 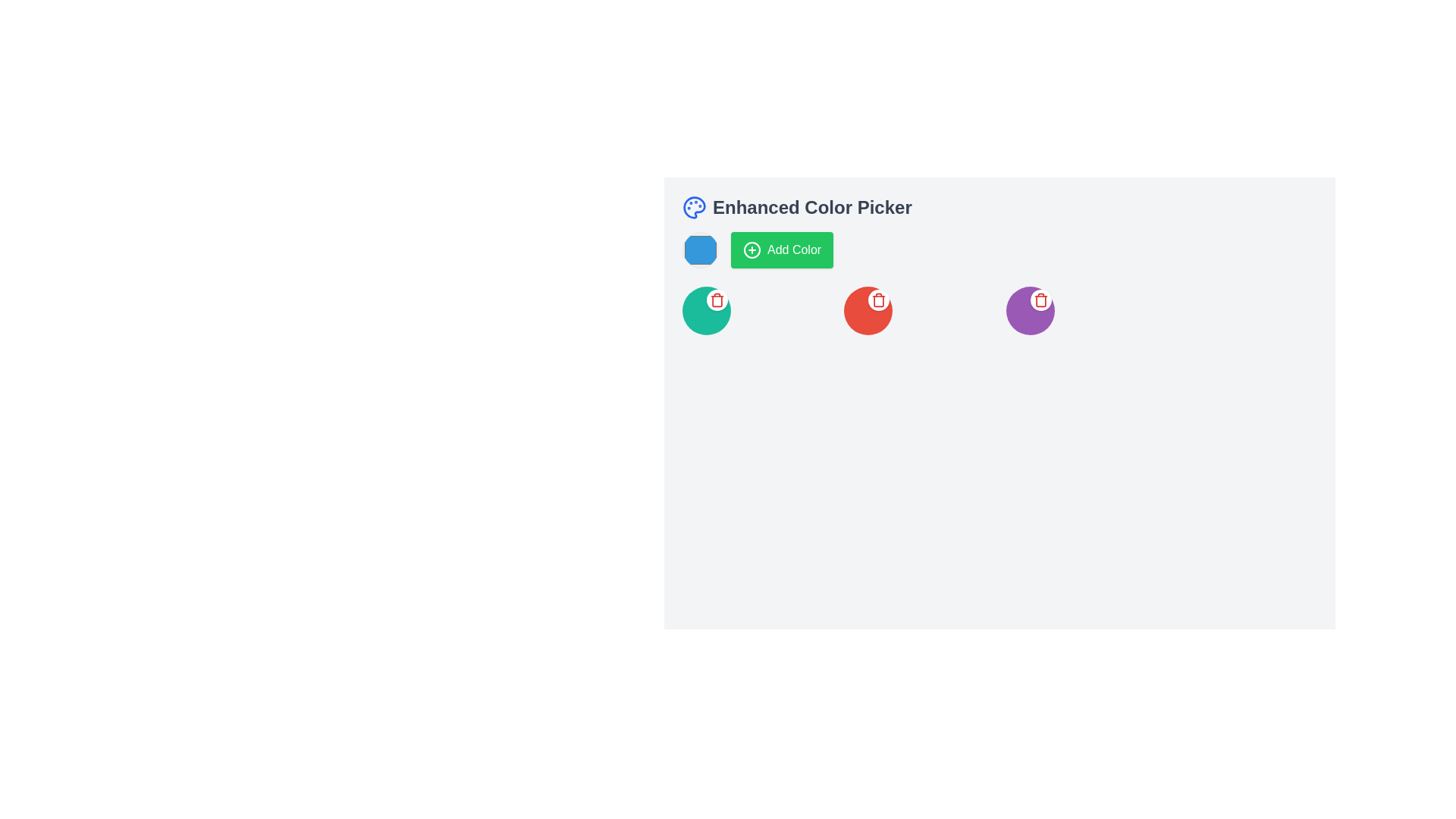 What do you see at coordinates (782, 249) in the screenshot?
I see `the 'Add Color' button, which is a bright green rectangular button with white text and an icon, located towards the upper-middle section of the interface` at bounding box center [782, 249].